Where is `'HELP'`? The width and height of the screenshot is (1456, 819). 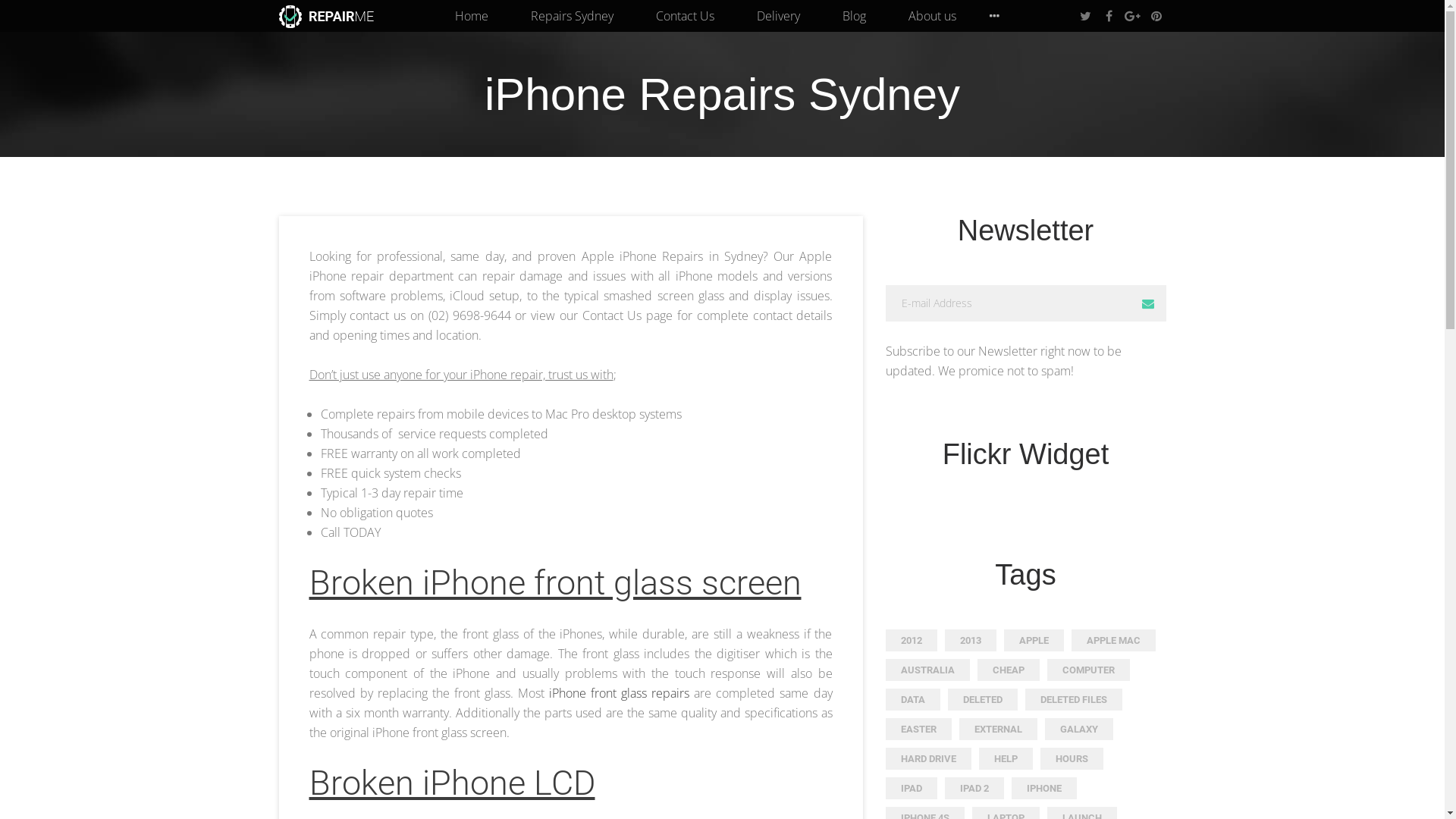
'HELP' is located at coordinates (978, 758).